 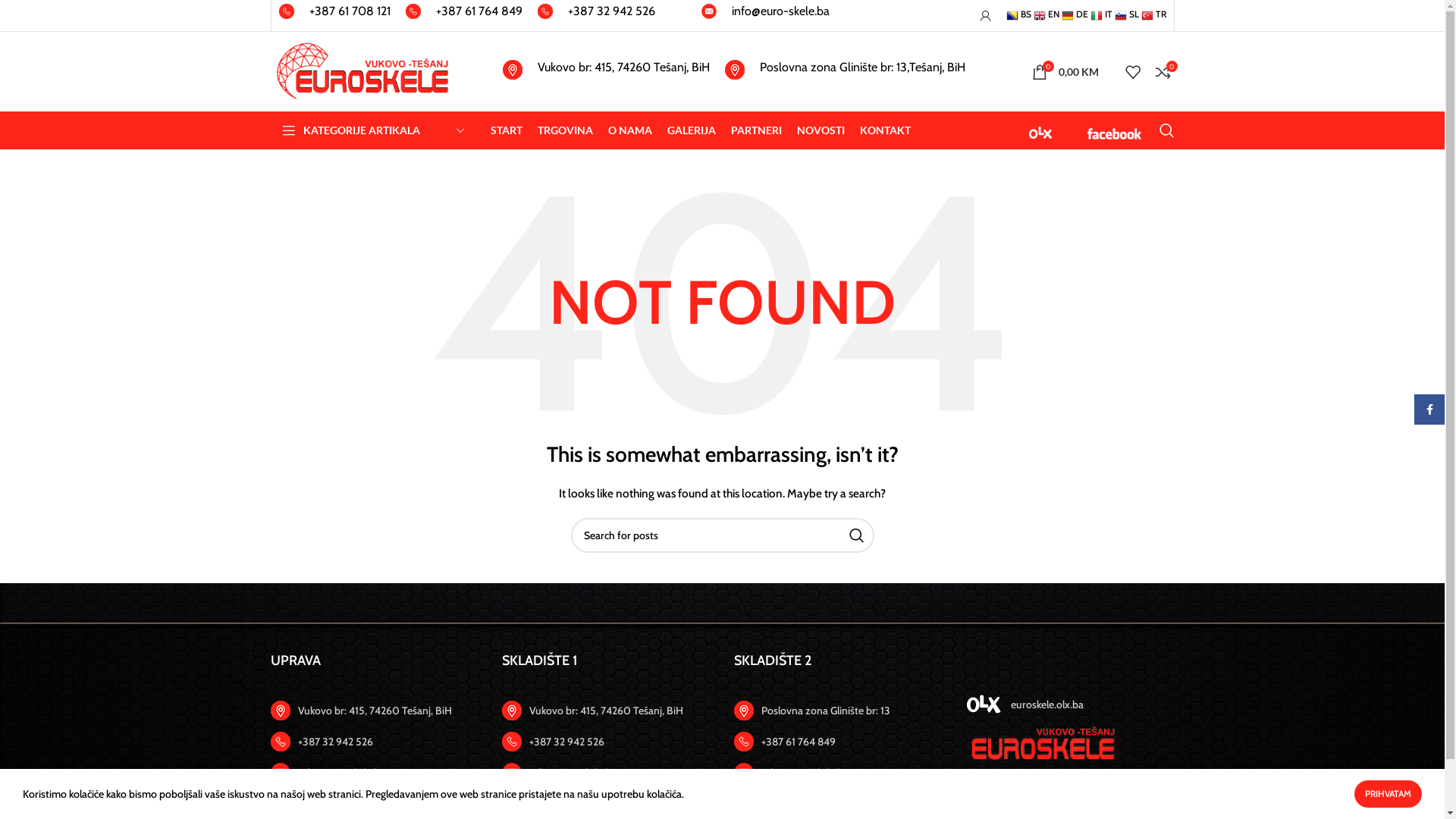 What do you see at coordinates (1090, 14) in the screenshot?
I see `'IT'` at bounding box center [1090, 14].